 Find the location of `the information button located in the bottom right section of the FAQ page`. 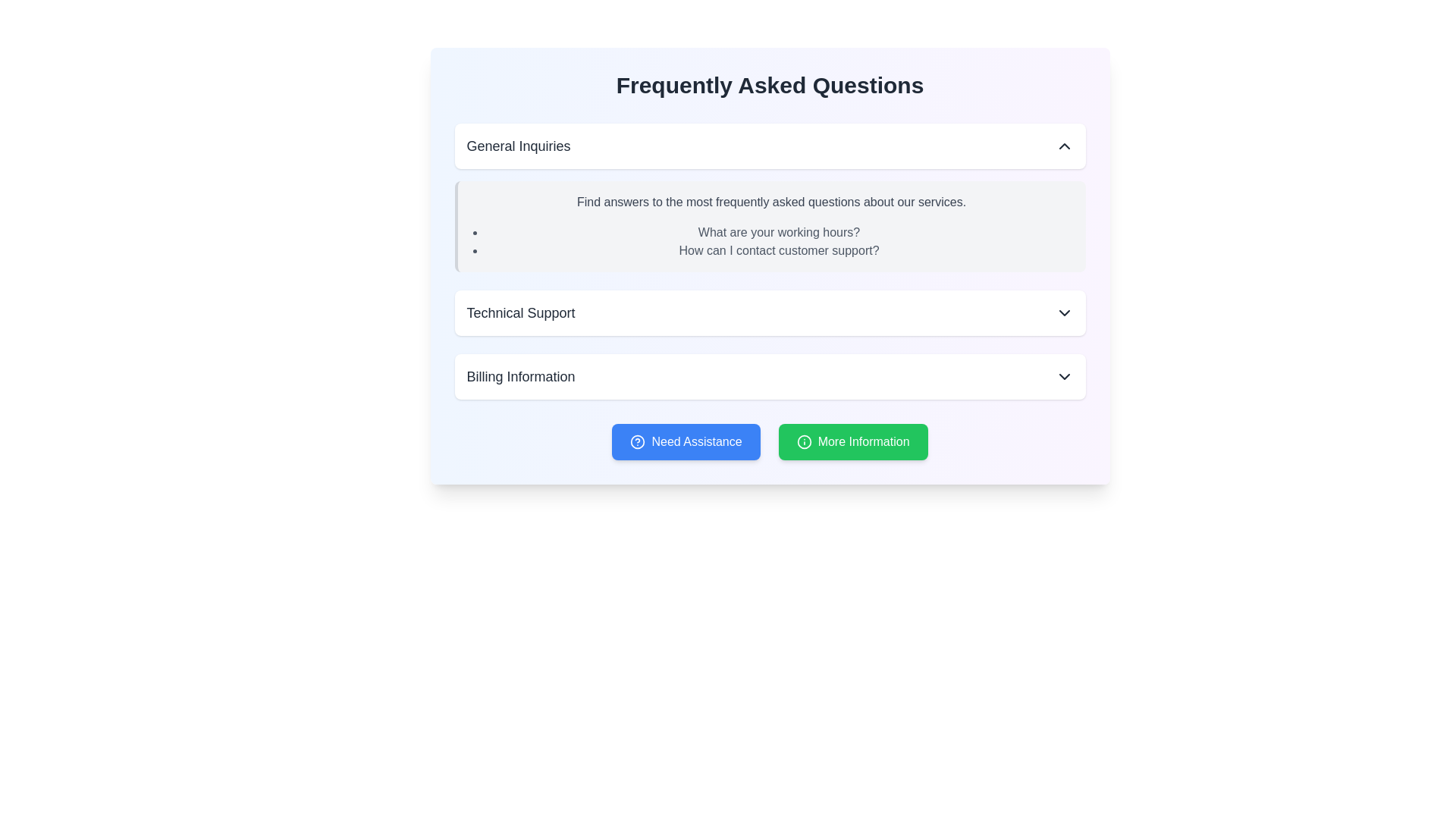

the information button located in the bottom right section of the FAQ page is located at coordinates (853, 441).